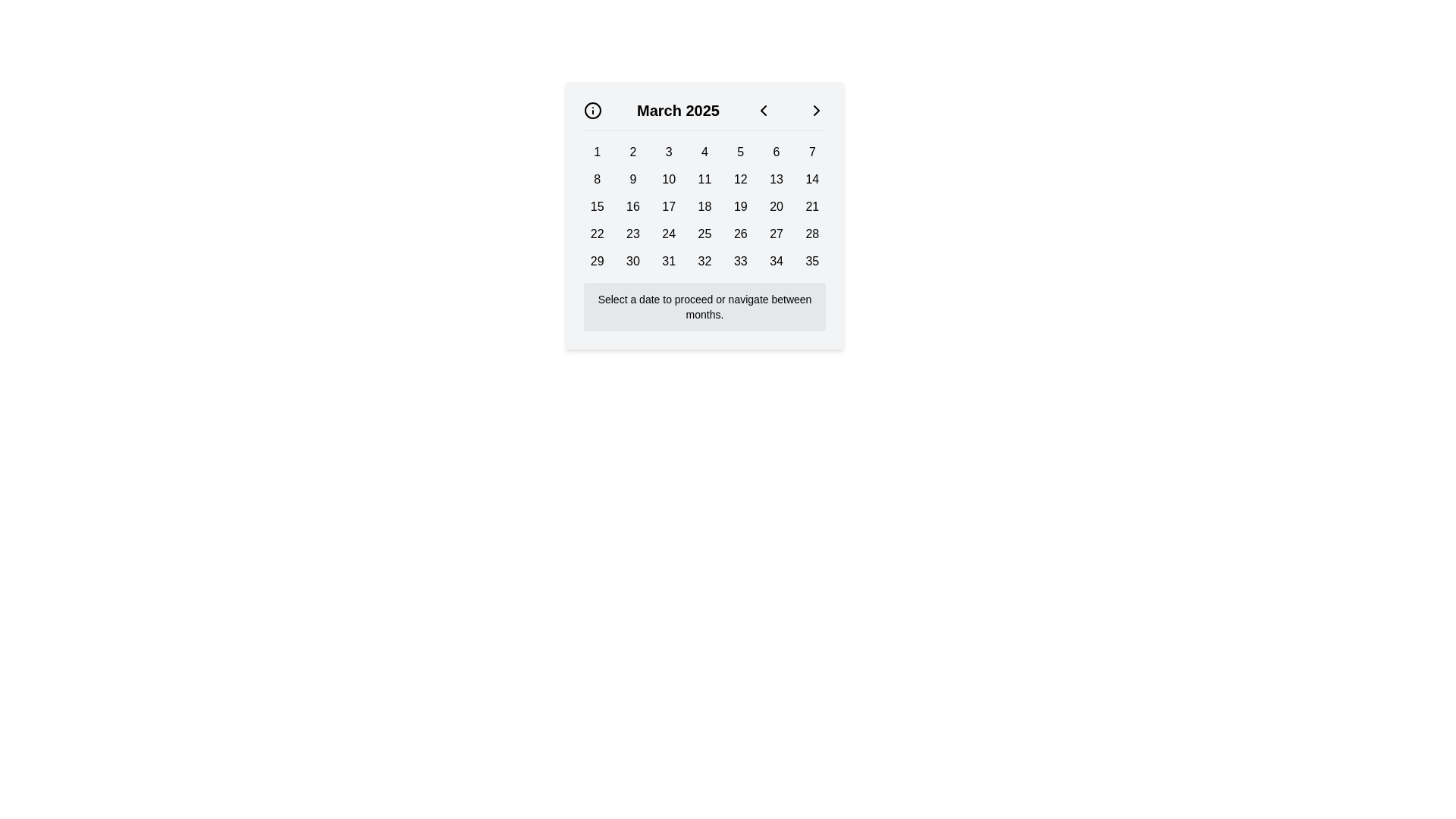 The image size is (1456, 819). What do you see at coordinates (704, 215) in the screenshot?
I see `a day in the March 2025 calendar` at bounding box center [704, 215].